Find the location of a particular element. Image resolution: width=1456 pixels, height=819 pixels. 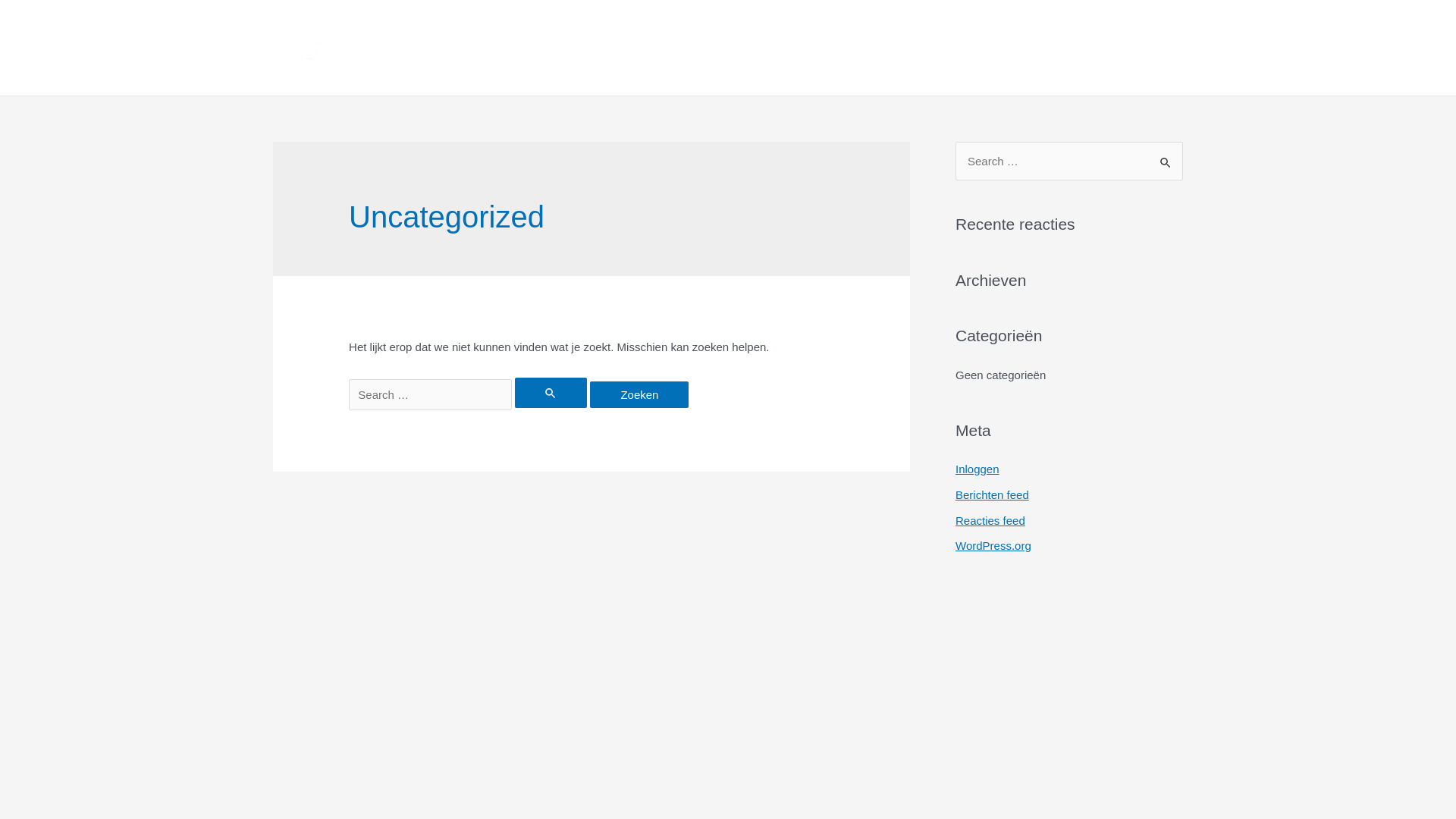

'Zoeken' is located at coordinates (1165, 157).